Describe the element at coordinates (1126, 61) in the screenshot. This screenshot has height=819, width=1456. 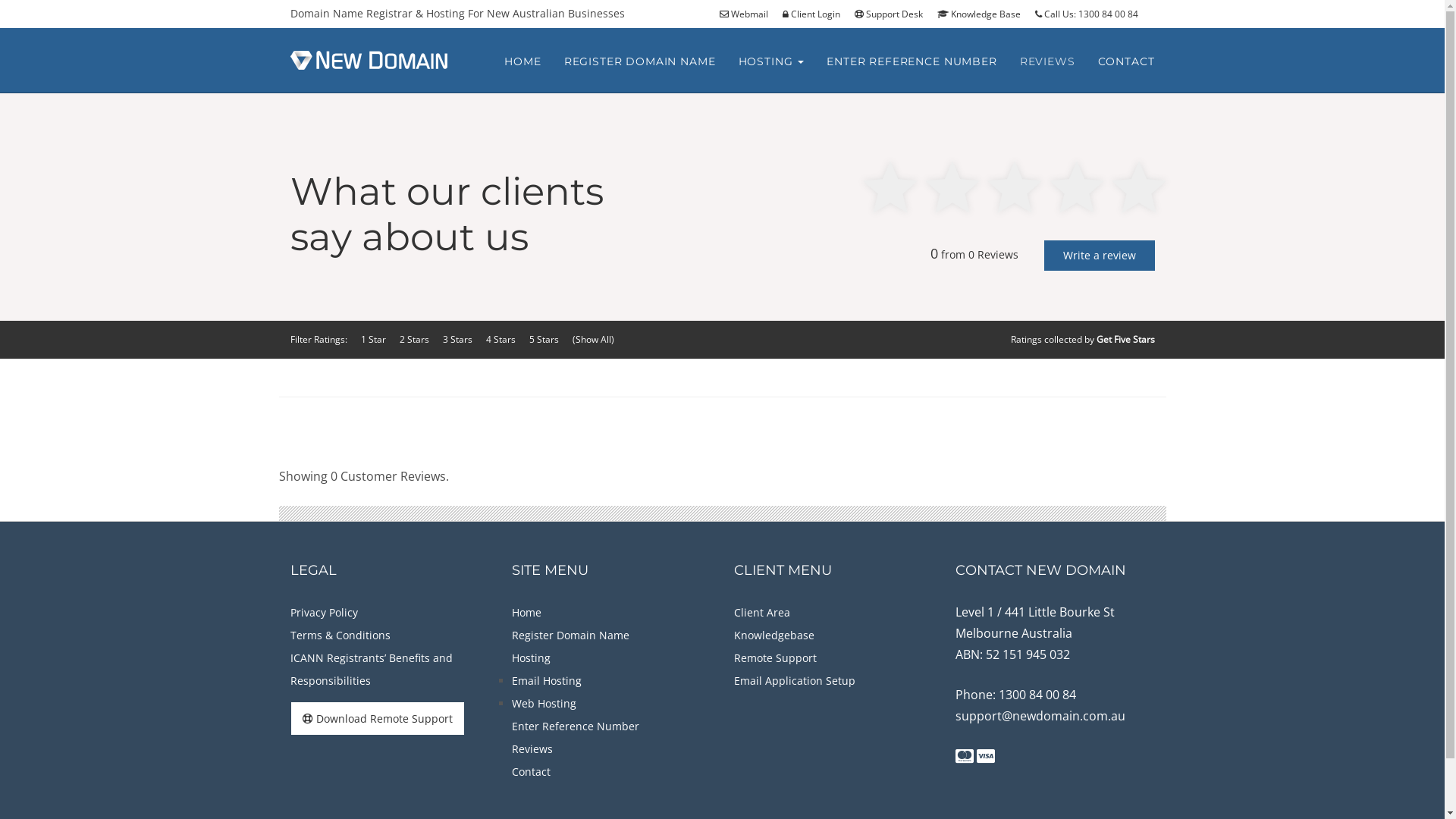
I see `'CONTACT'` at that location.